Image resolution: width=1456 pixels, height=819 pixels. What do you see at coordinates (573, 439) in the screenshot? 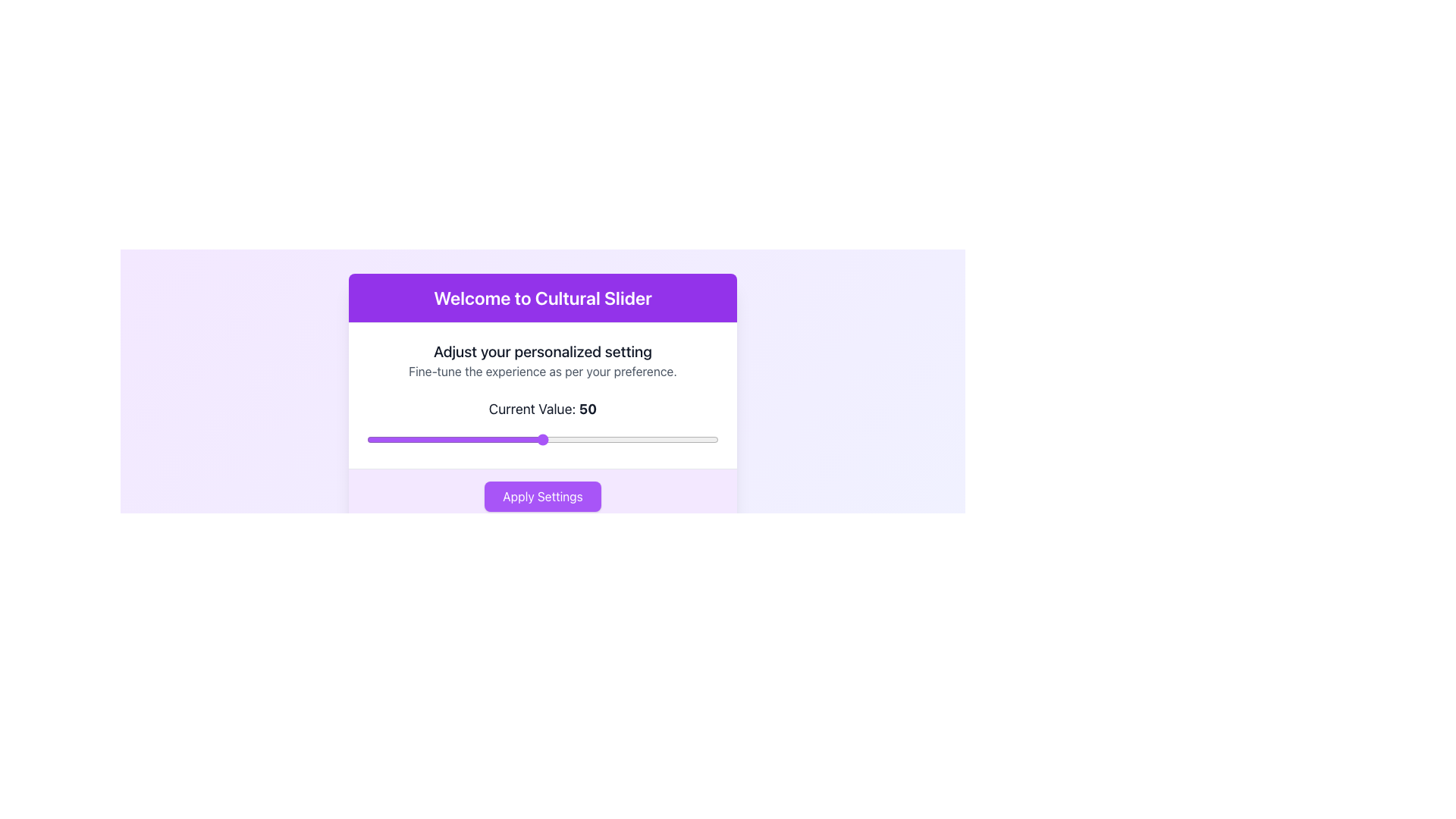
I see `slider value` at bounding box center [573, 439].